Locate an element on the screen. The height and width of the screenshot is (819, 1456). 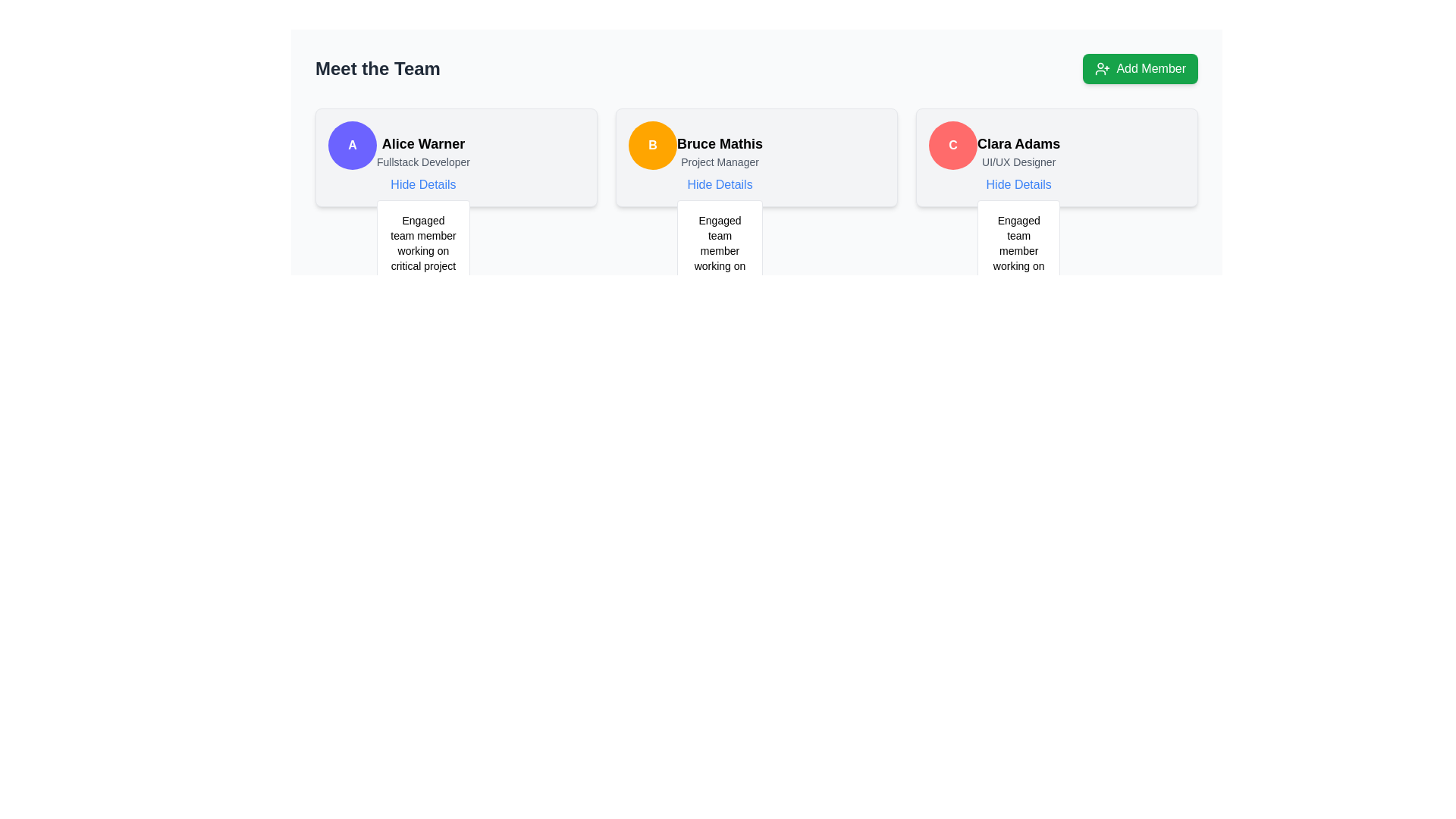
the interactive text link for toggling additional details about Clara Adams, located below the role description 'UI/UX Designer' is located at coordinates (1018, 184).